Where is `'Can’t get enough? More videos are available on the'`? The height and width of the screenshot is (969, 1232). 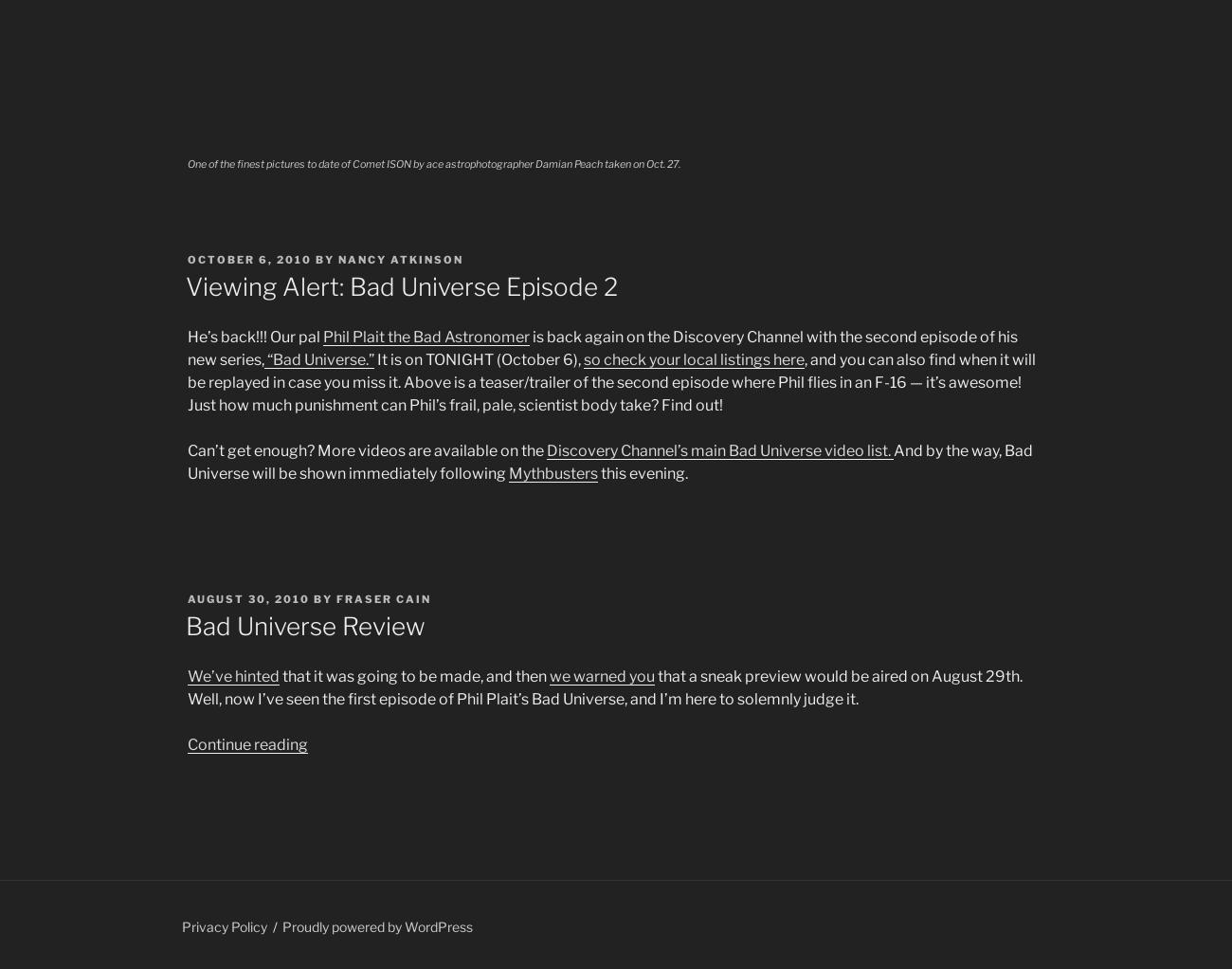
'Can’t get enough? More videos are available on the' is located at coordinates (367, 448).